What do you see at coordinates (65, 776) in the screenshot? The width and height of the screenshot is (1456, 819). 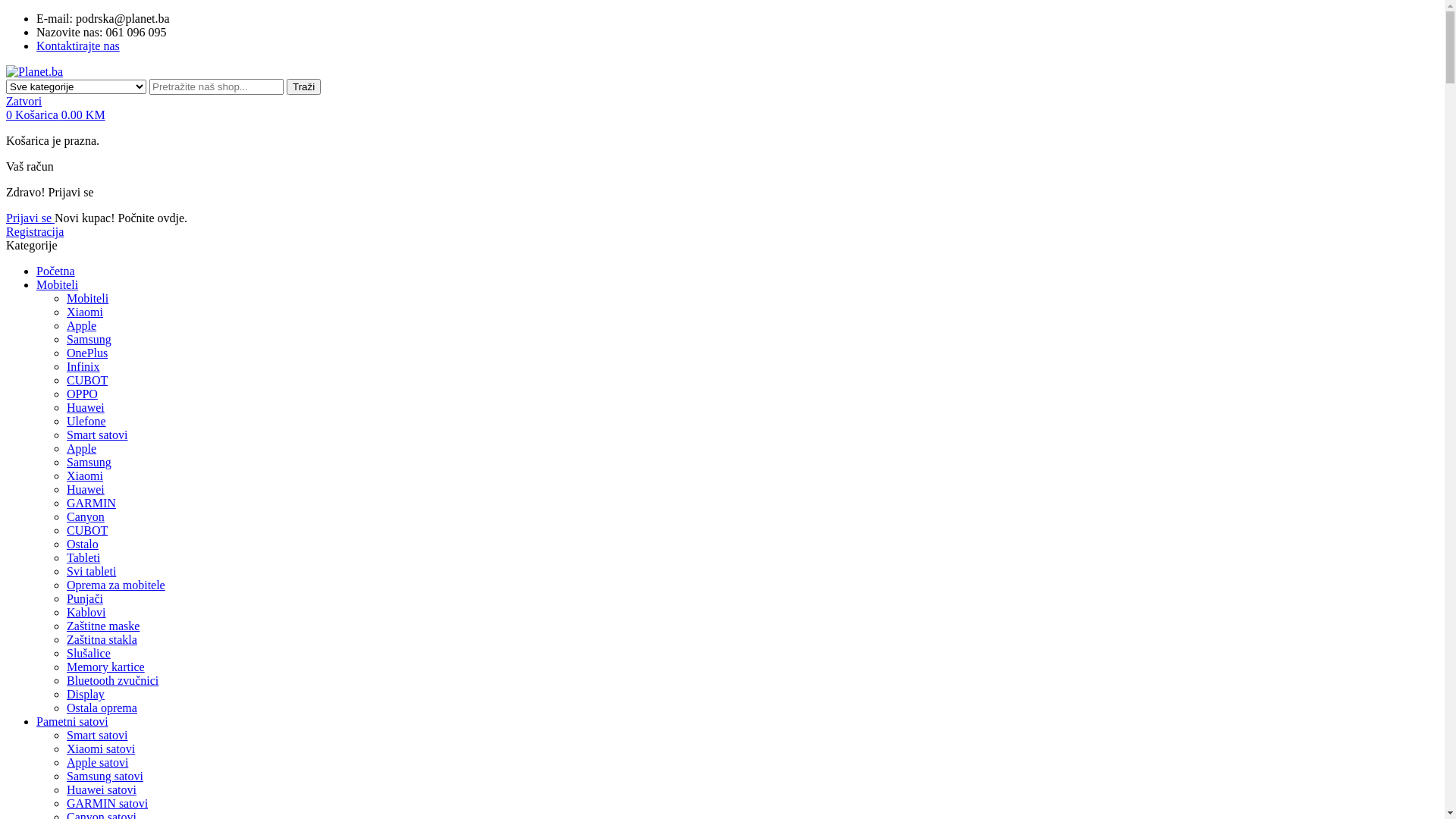 I see `'Samsung satovi'` at bounding box center [65, 776].